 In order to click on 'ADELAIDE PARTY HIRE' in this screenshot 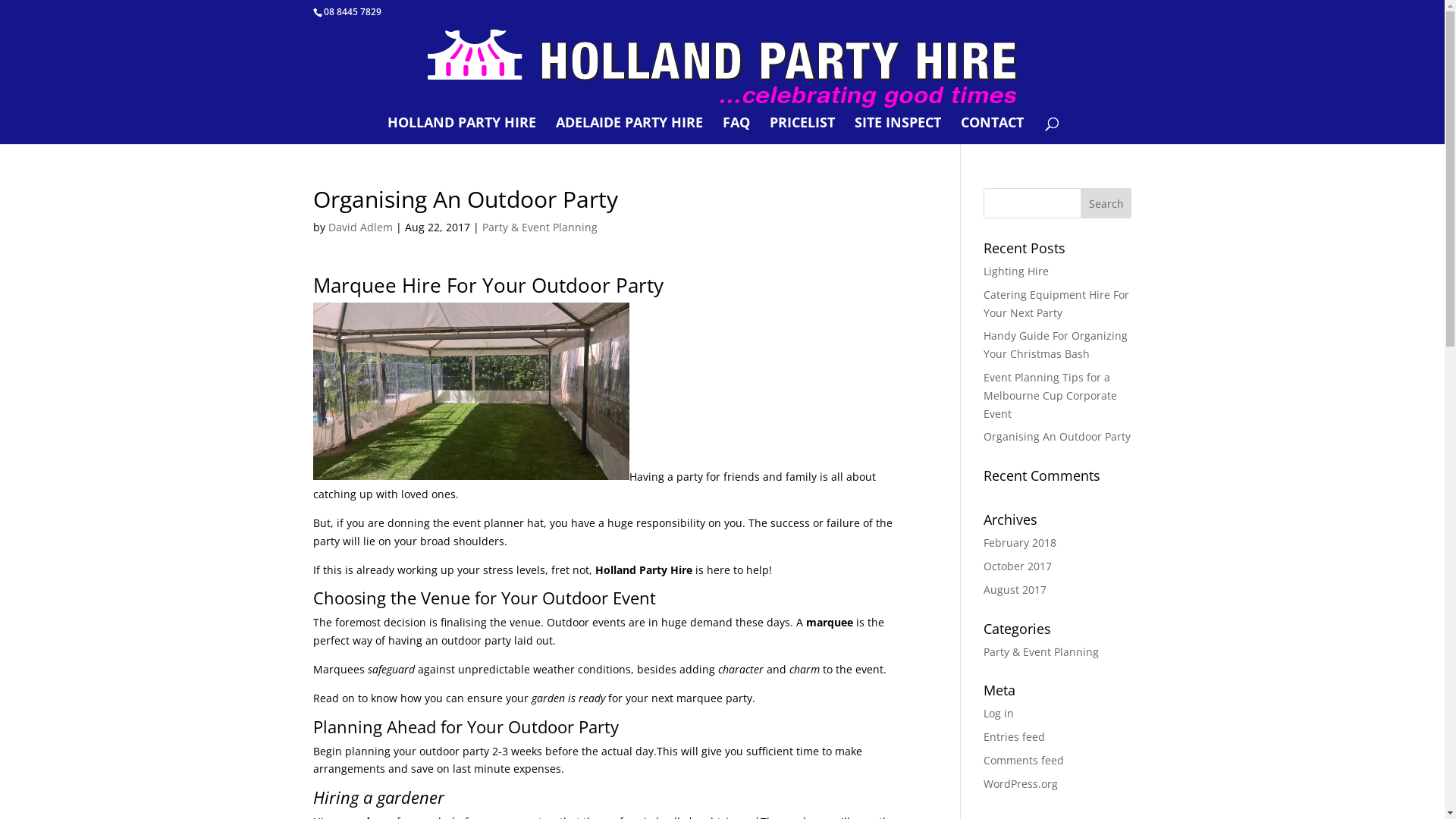, I will do `click(629, 130)`.